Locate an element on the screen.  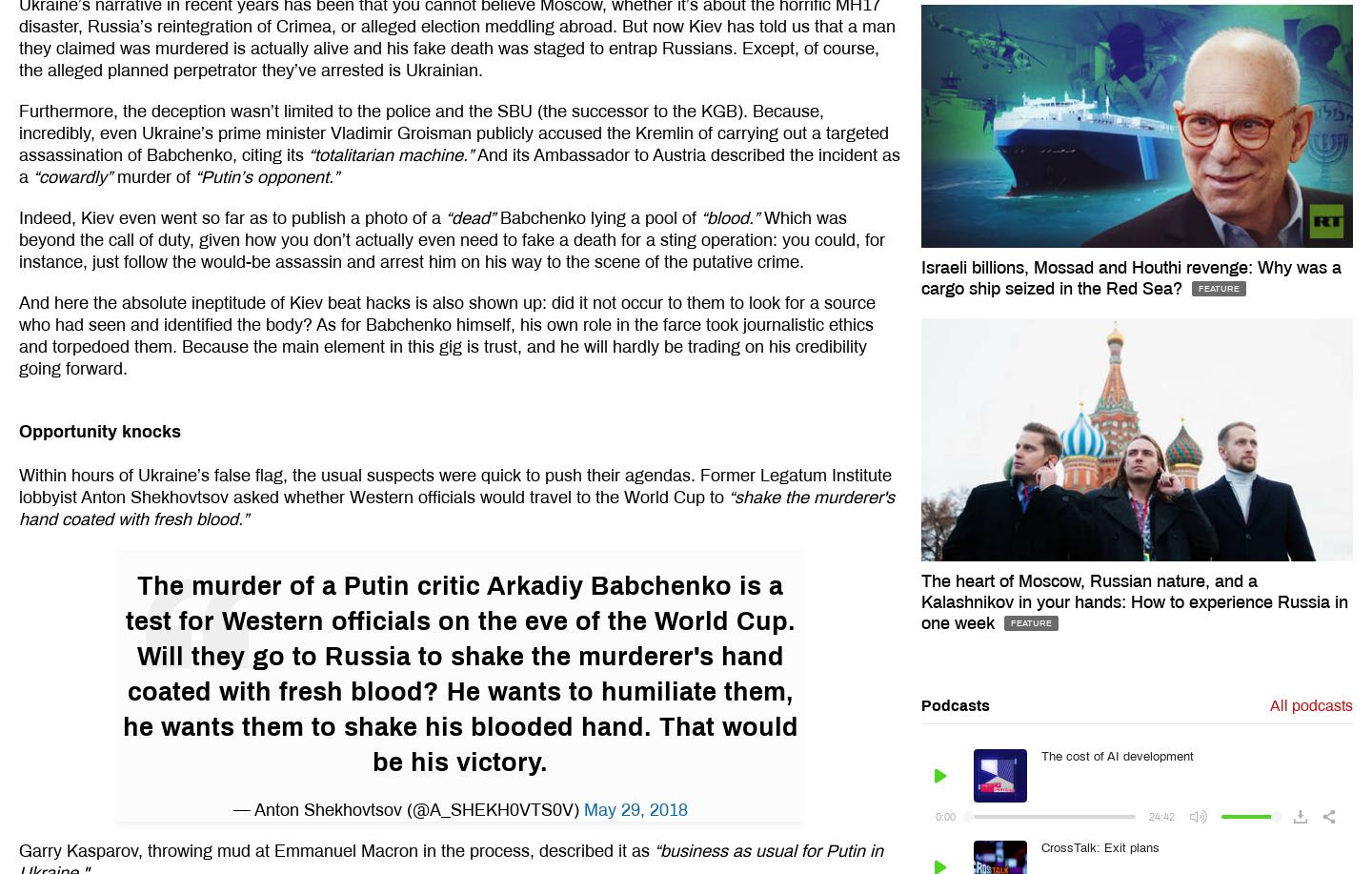
'“dead”' is located at coordinates (467, 215).